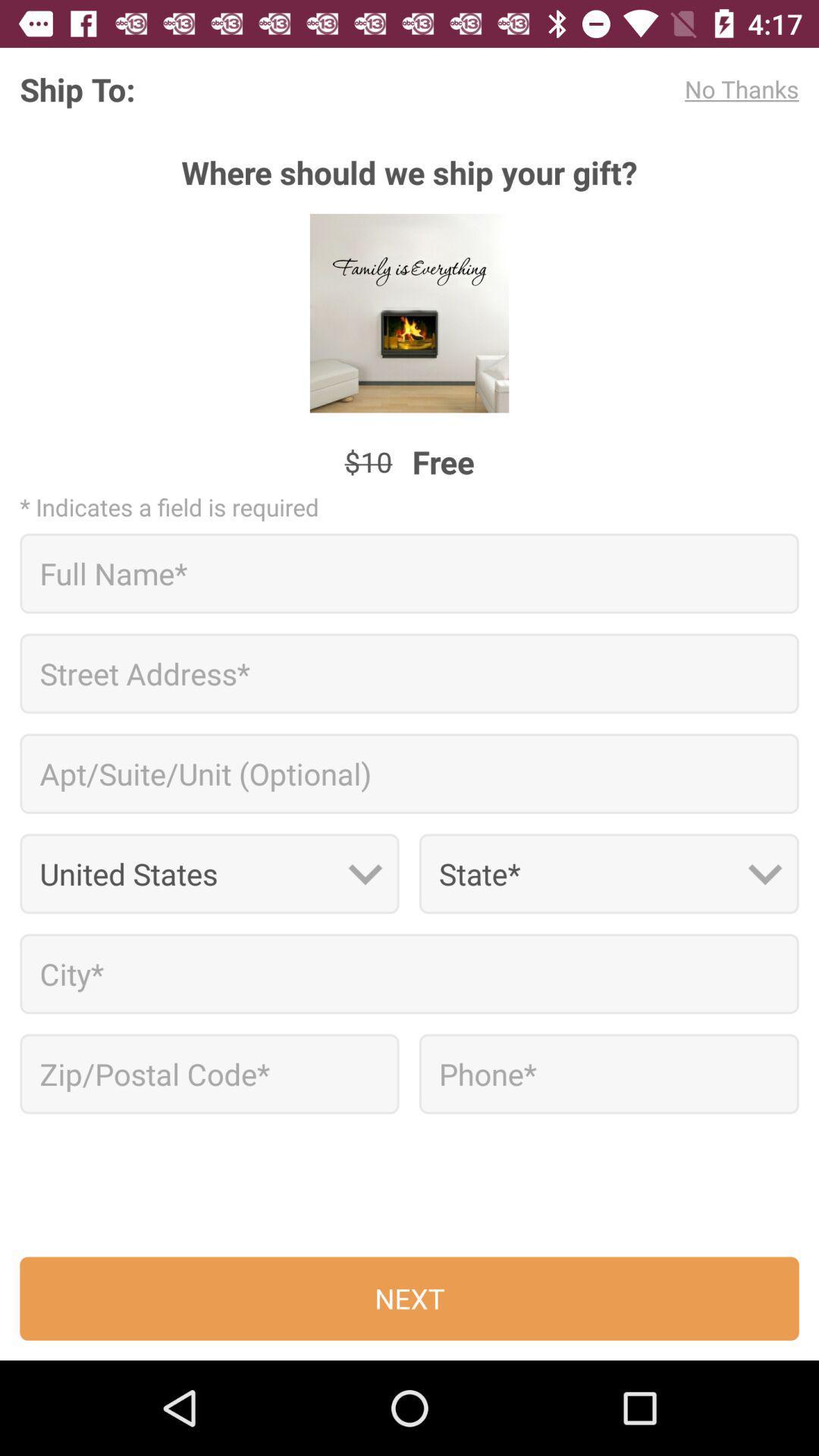 The width and height of the screenshot is (819, 1456). I want to click on the full name text field above street address text field, so click(409, 573).